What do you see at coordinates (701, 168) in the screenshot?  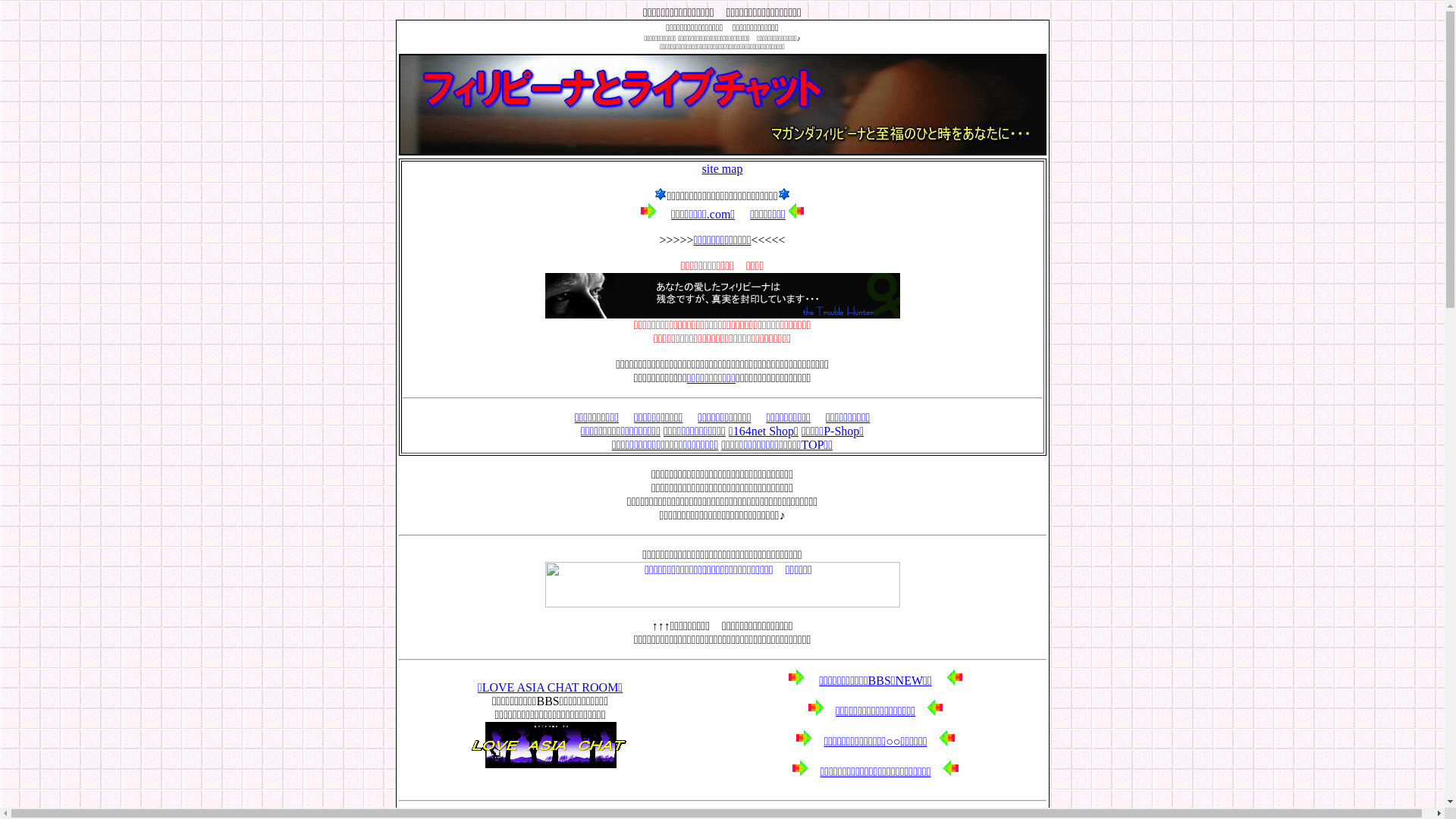 I see `'site map'` at bounding box center [701, 168].